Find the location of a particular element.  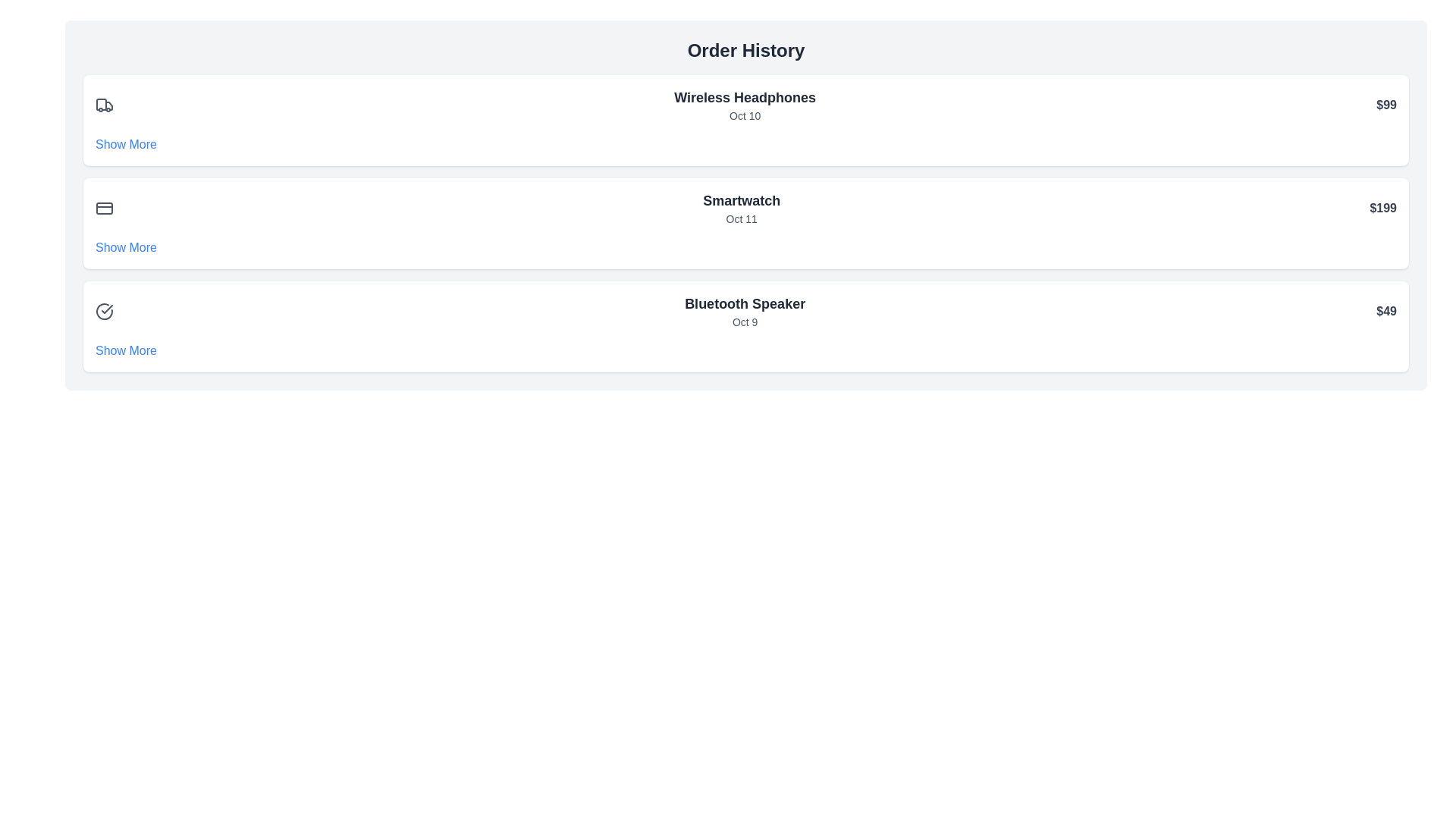

the button located in the bottom-left corner of the first card under 'Wireless Headphones' to change its color indicating interactivity is located at coordinates (126, 145).